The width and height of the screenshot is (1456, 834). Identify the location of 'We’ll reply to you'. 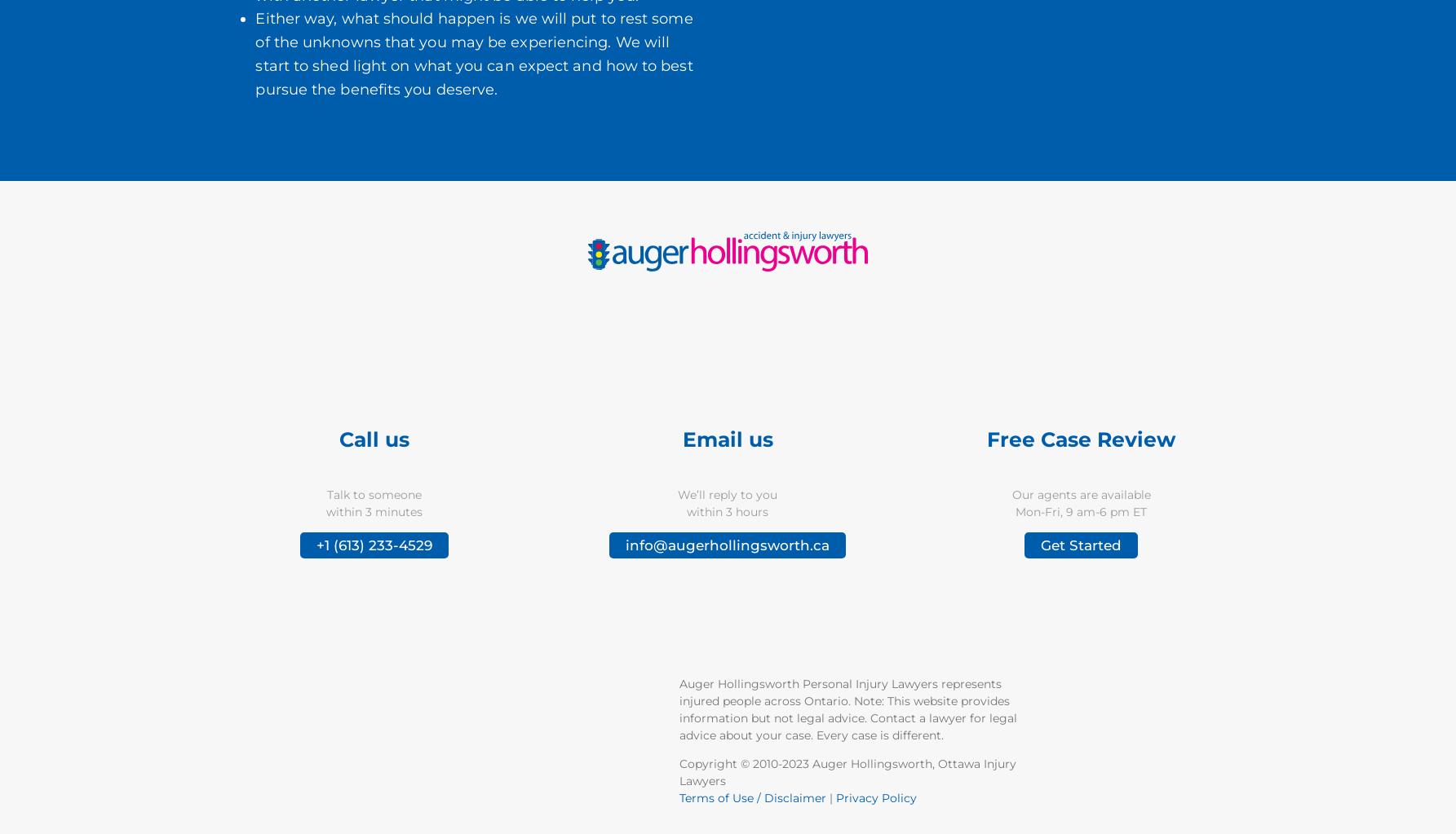
(677, 494).